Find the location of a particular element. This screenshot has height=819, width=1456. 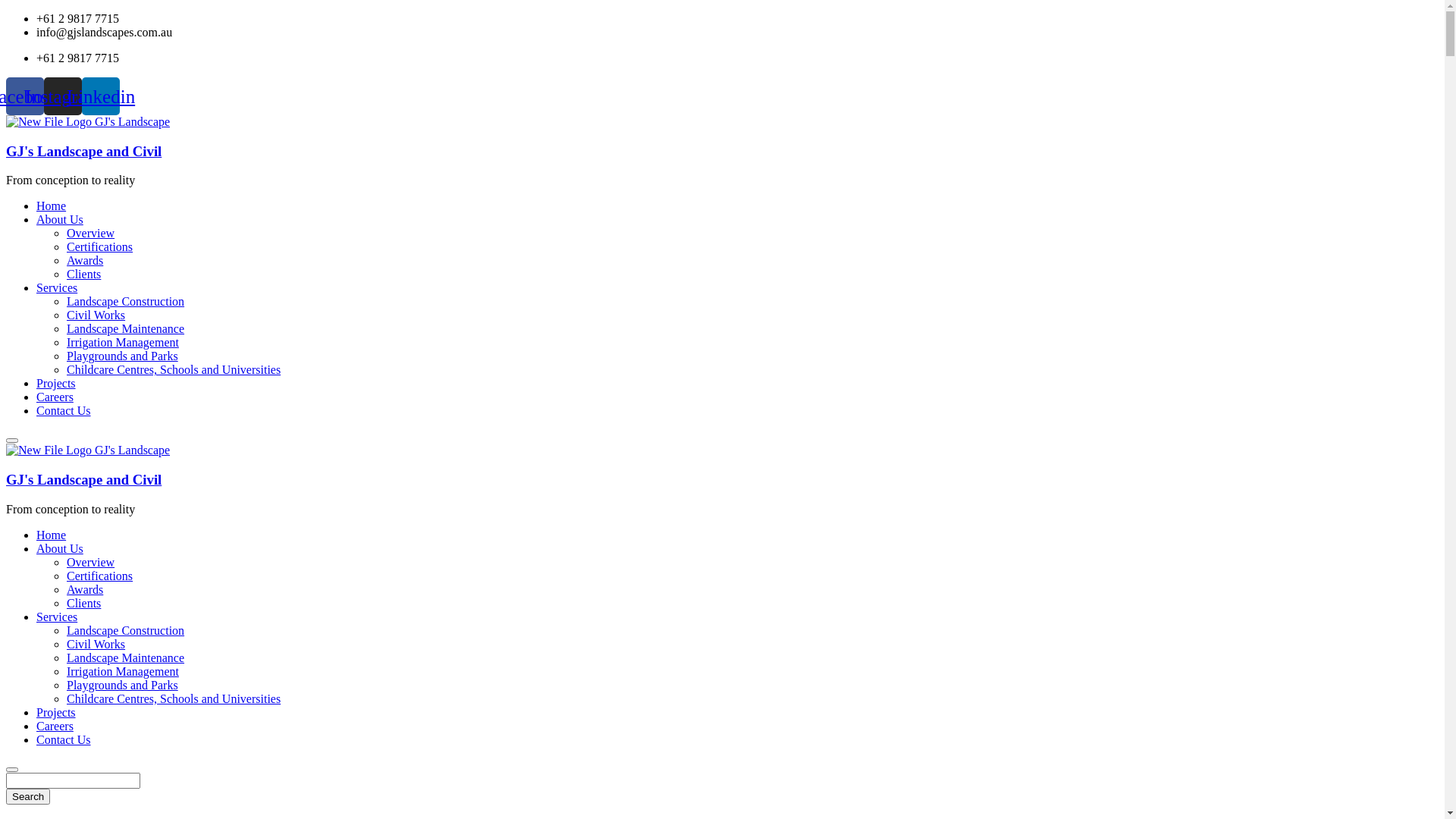

'Contact Us' is located at coordinates (62, 739).